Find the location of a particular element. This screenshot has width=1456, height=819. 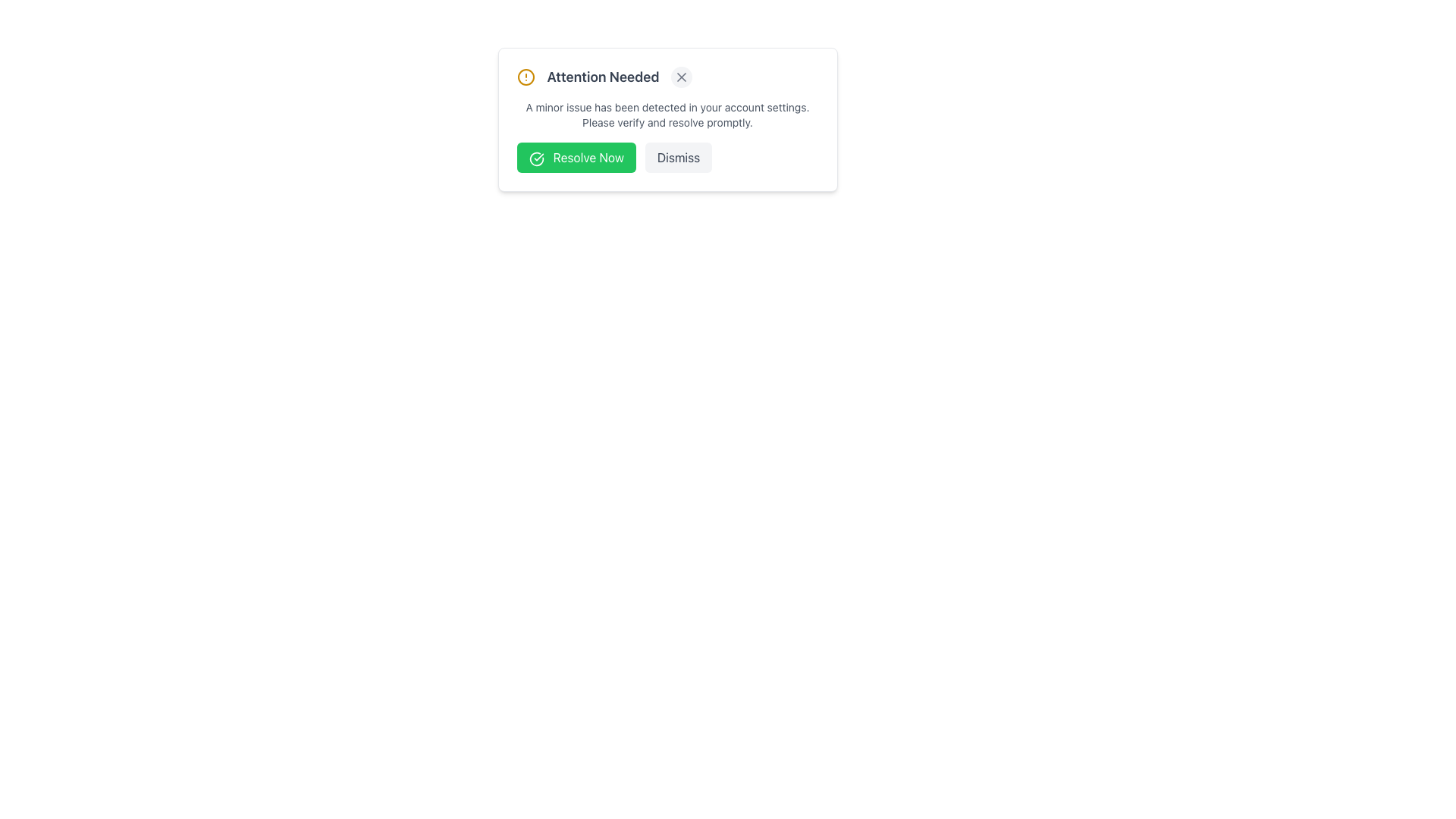

the yellow circular SVG element that is part of the warning icon associated with the text 'Attention Needed' is located at coordinates (526, 77).